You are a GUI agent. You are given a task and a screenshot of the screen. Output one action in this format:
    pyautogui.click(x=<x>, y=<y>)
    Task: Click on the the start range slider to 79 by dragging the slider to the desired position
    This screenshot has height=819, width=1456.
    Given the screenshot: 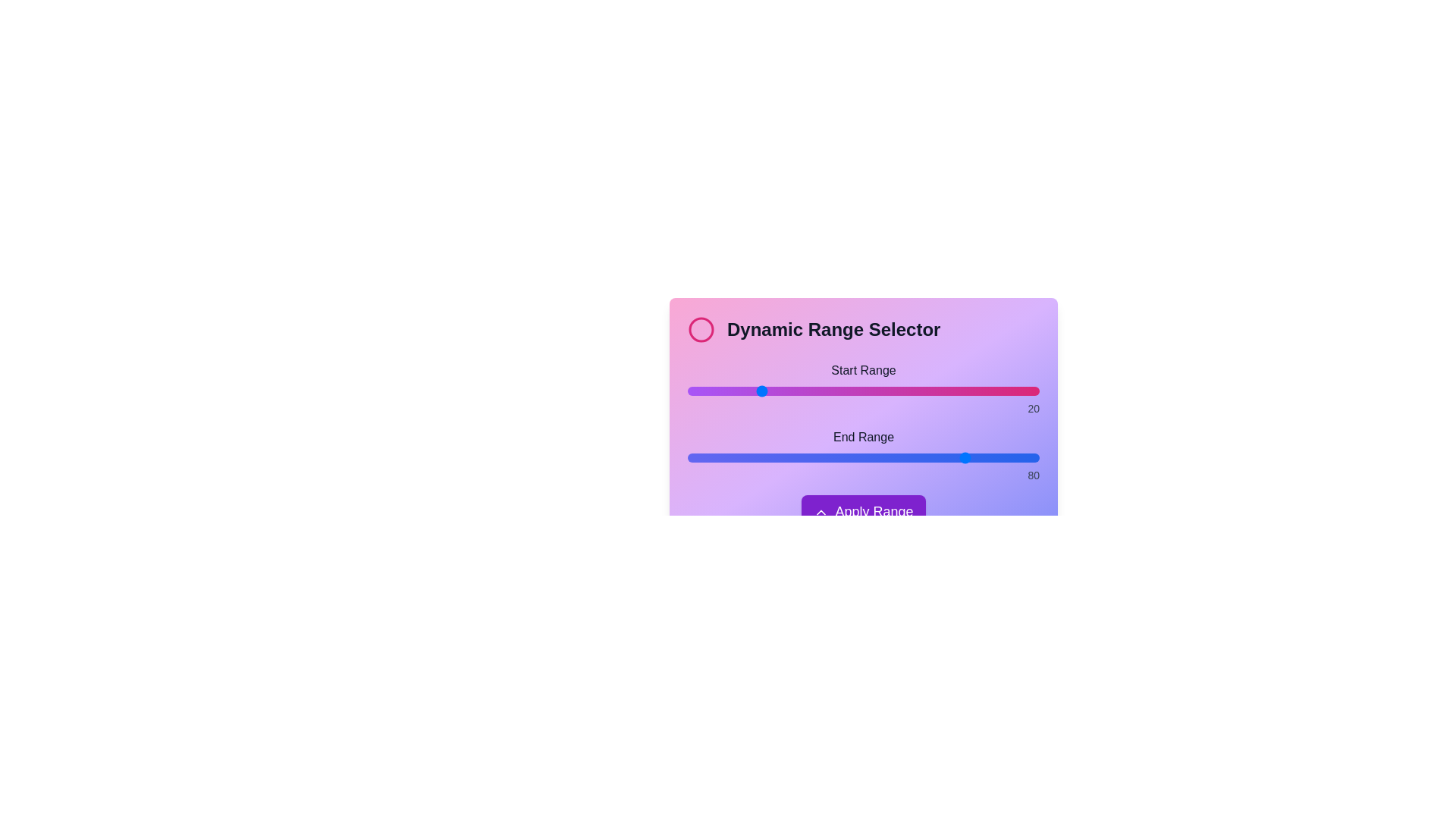 What is the action you would take?
    pyautogui.click(x=965, y=391)
    